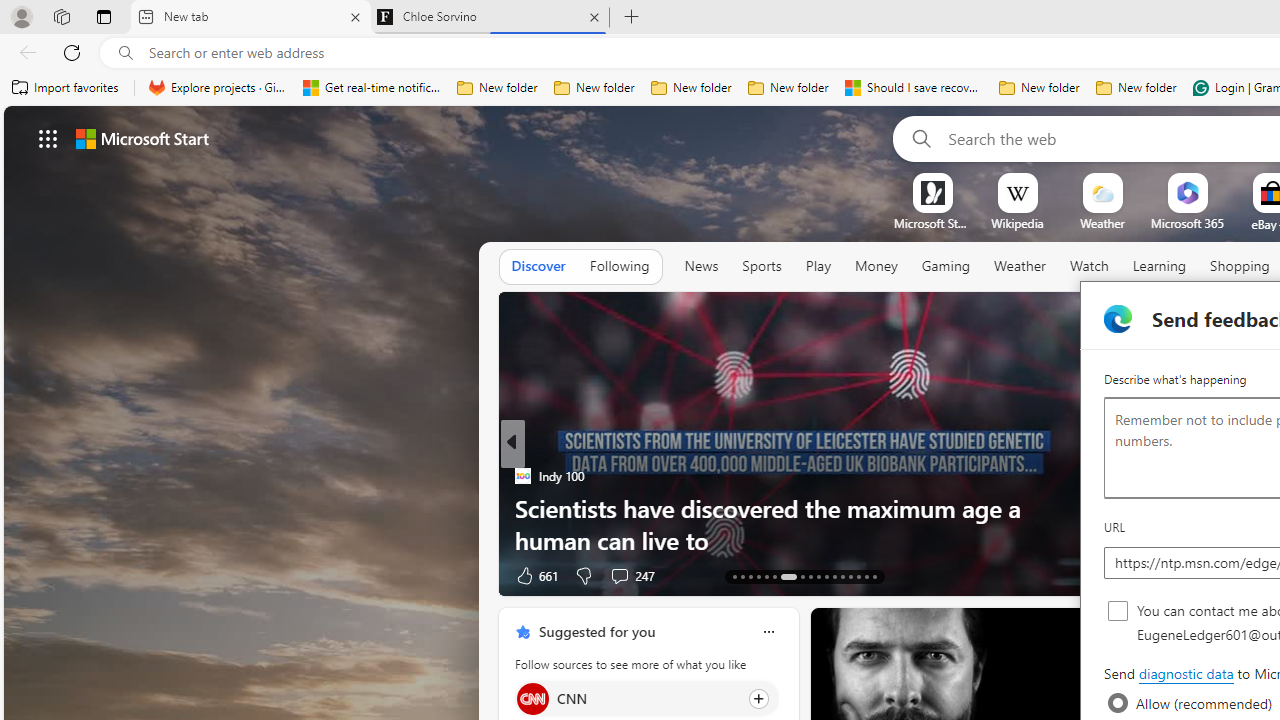 The height and width of the screenshot is (720, 1280). What do you see at coordinates (141, 137) in the screenshot?
I see `'Microsoft start'` at bounding box center [141, 137].